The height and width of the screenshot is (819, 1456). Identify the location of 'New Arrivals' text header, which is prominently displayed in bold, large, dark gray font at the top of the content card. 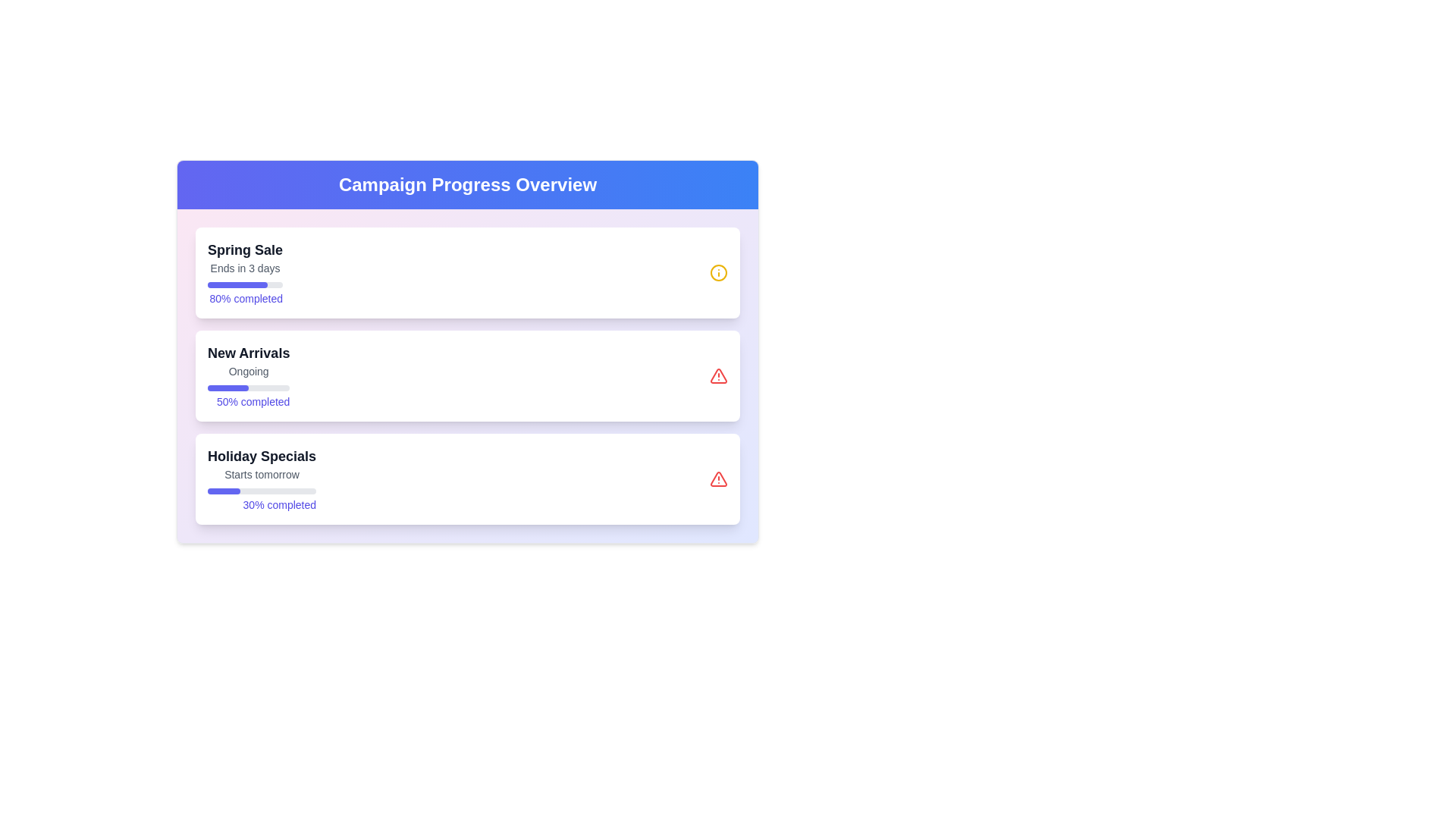
(249, 353).